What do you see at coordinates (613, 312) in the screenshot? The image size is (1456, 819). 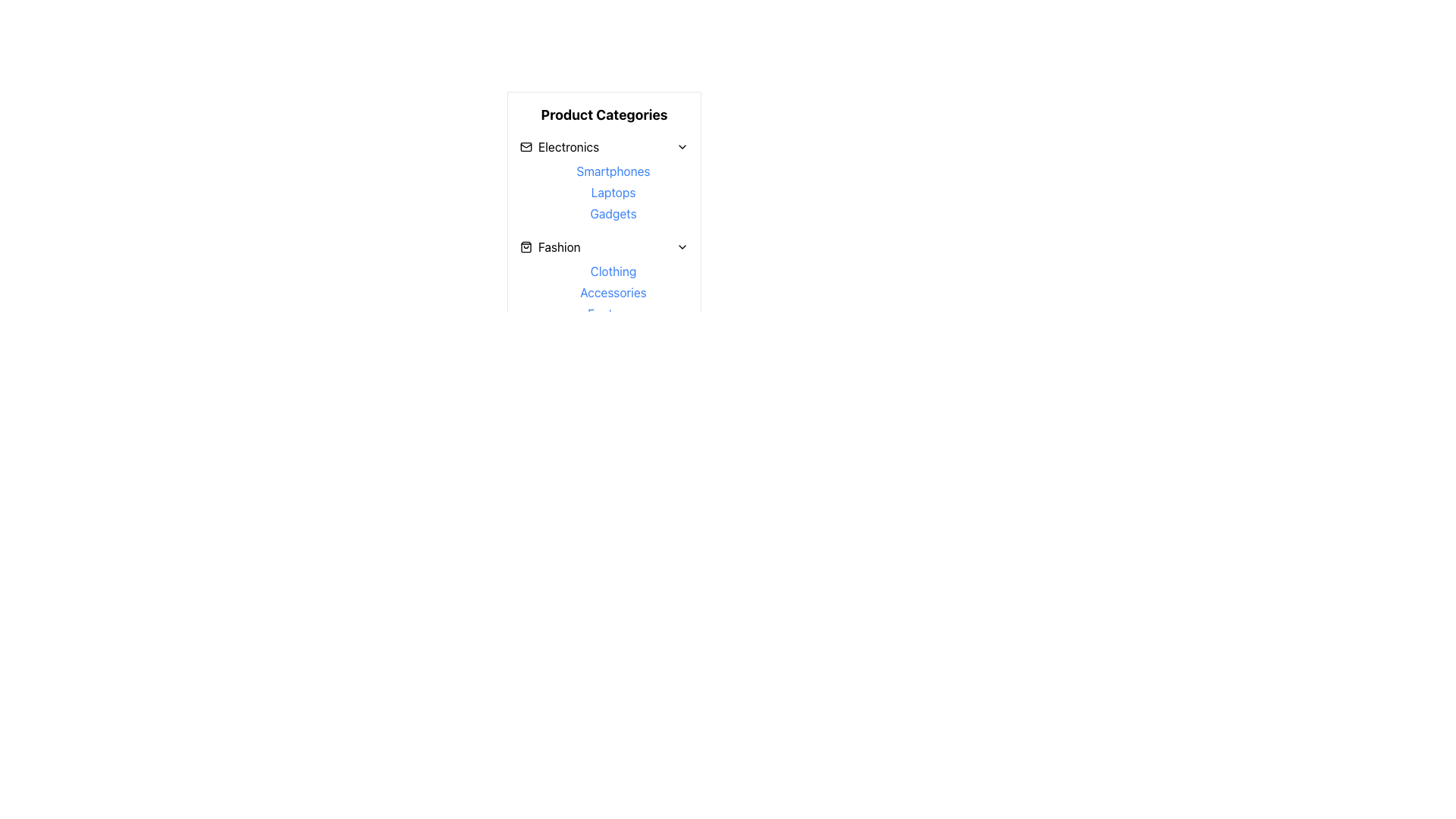 I see `the 'Footwear' navigation link located under the 'Fashion' category` at bounding box center [613, 312].